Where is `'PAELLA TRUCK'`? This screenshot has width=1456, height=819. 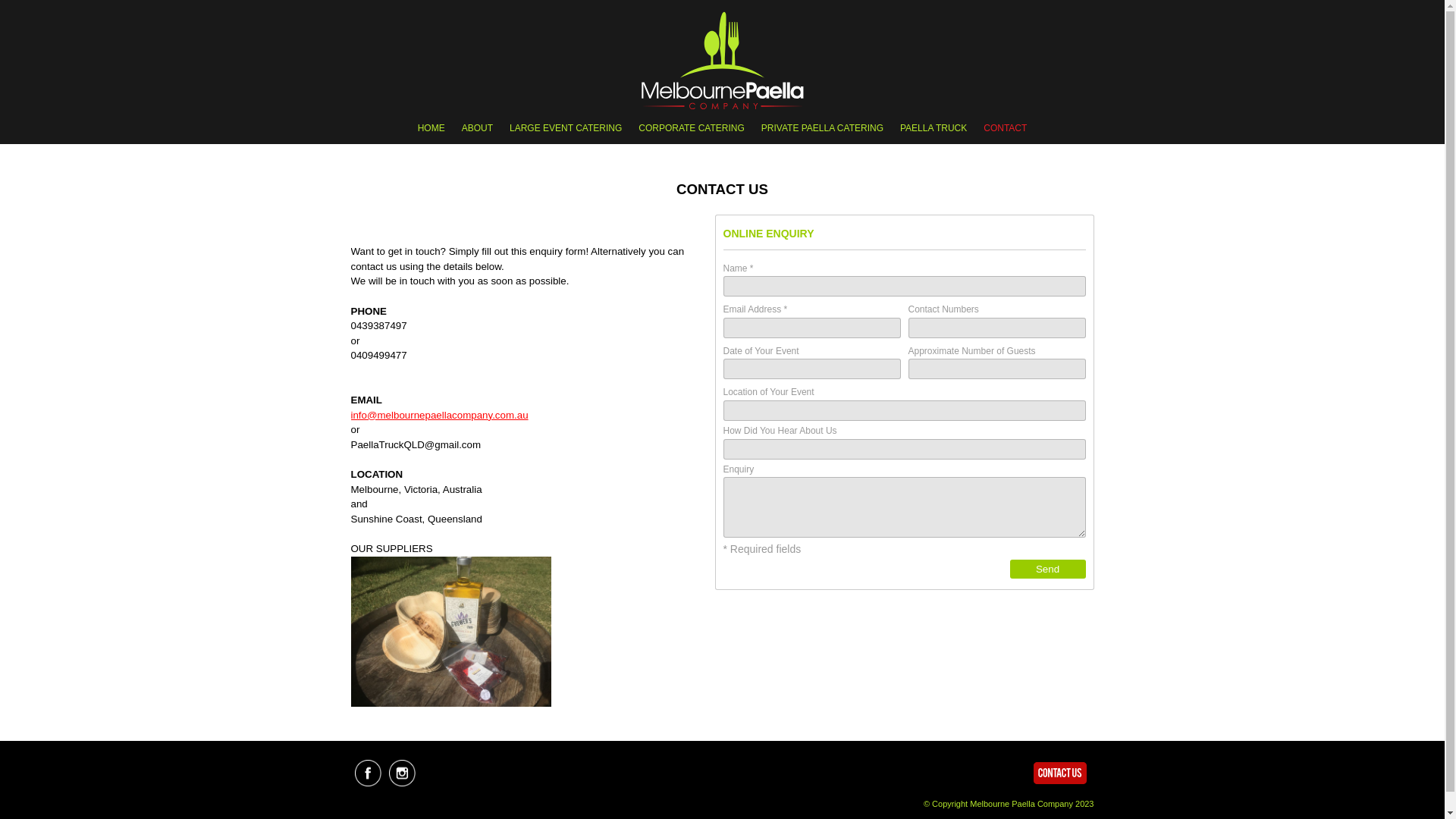
'PAELLA TRUCK' is located at coordinates (892, 127).